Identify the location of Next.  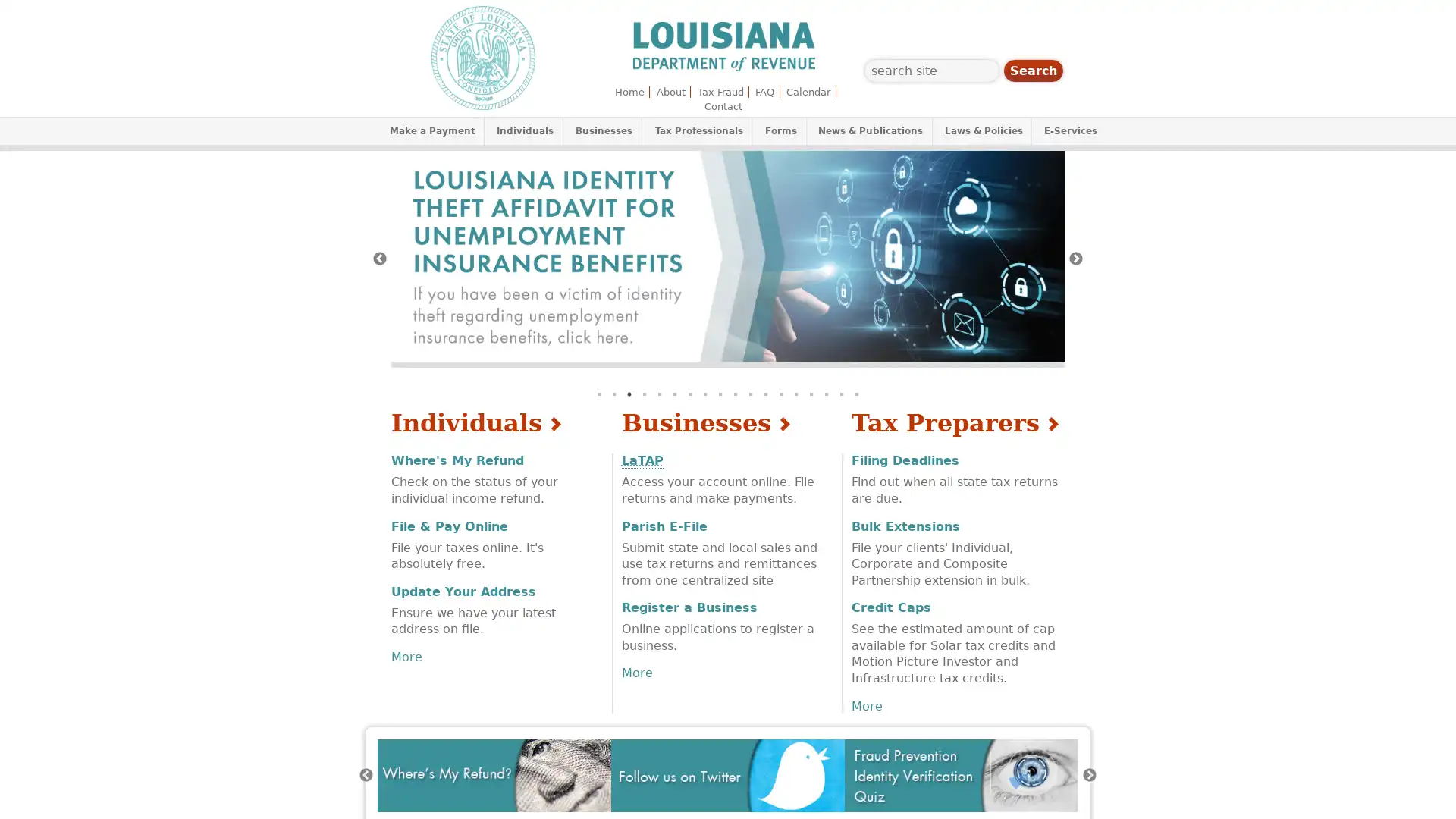
(1088, 775).